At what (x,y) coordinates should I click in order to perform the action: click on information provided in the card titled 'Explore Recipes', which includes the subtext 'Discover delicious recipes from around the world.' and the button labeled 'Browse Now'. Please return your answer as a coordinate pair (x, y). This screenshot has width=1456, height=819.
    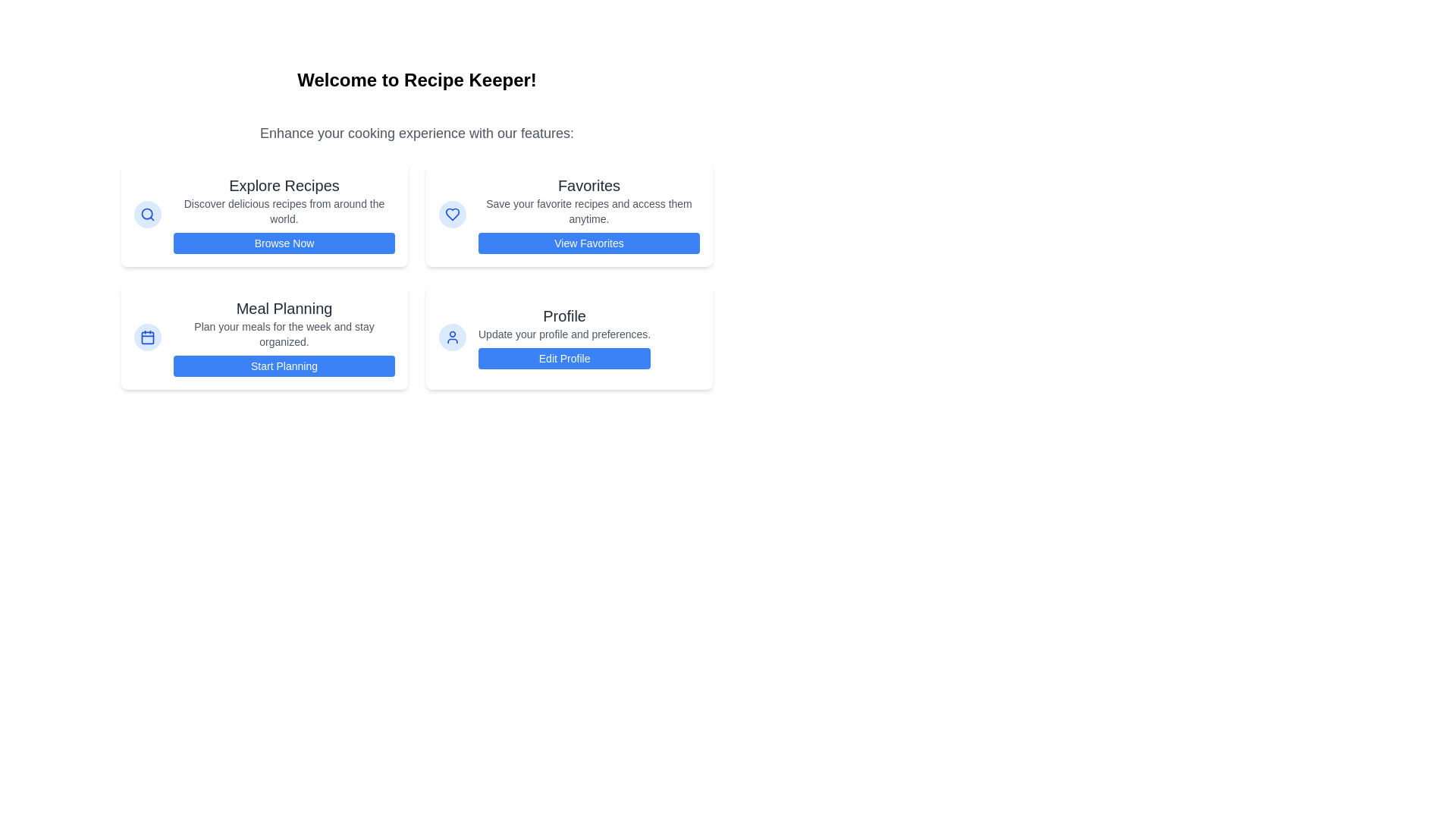
    Looking at the image, I should click on (284, 214).